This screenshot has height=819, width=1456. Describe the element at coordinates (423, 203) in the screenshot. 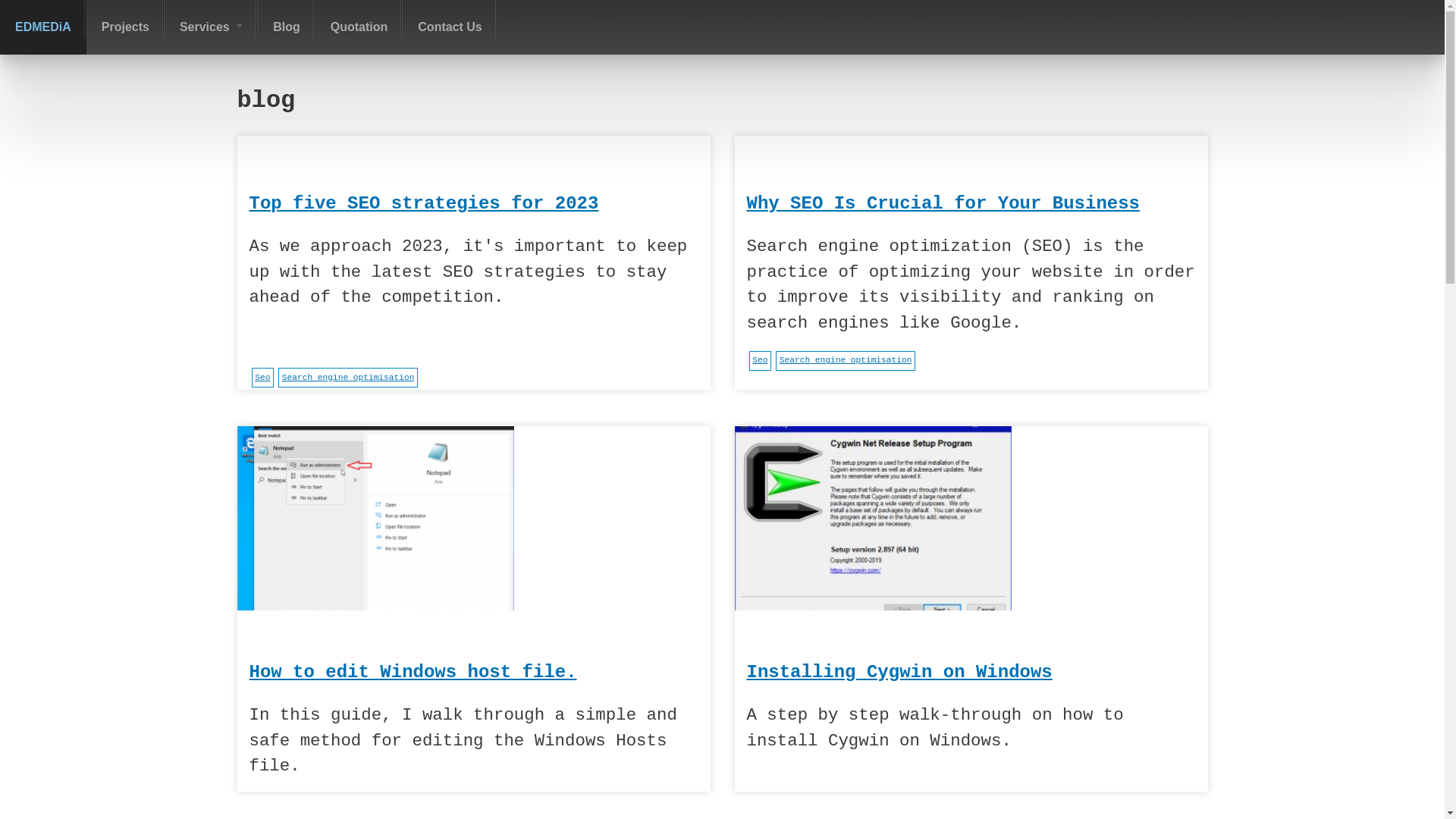

I see `'Top five SEO strategies for 2023'` at that location.